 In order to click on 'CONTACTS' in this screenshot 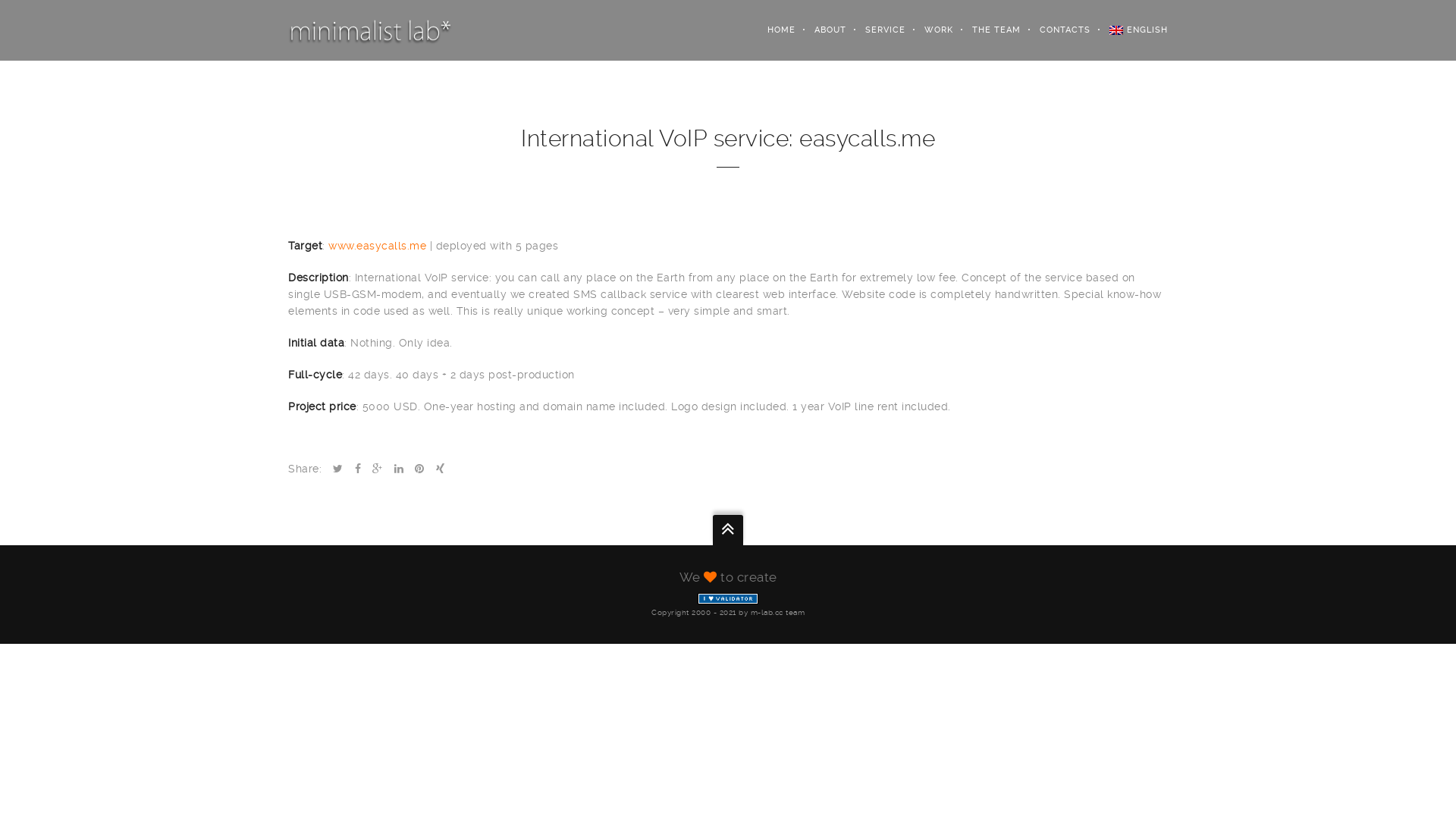, I will do `click(1055, 30)`.